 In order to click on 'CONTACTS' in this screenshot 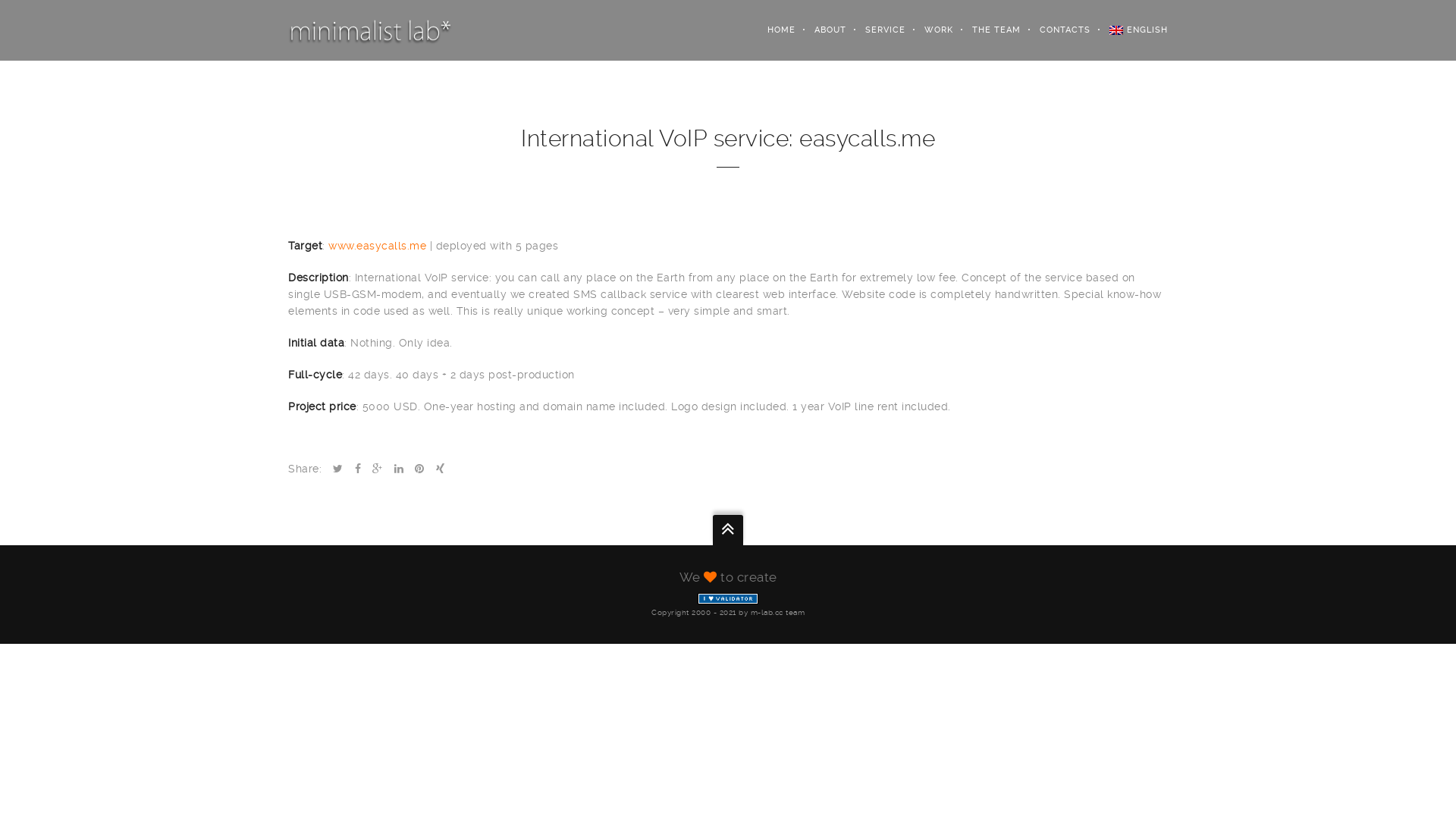, I will do `click(1055, 30)`.